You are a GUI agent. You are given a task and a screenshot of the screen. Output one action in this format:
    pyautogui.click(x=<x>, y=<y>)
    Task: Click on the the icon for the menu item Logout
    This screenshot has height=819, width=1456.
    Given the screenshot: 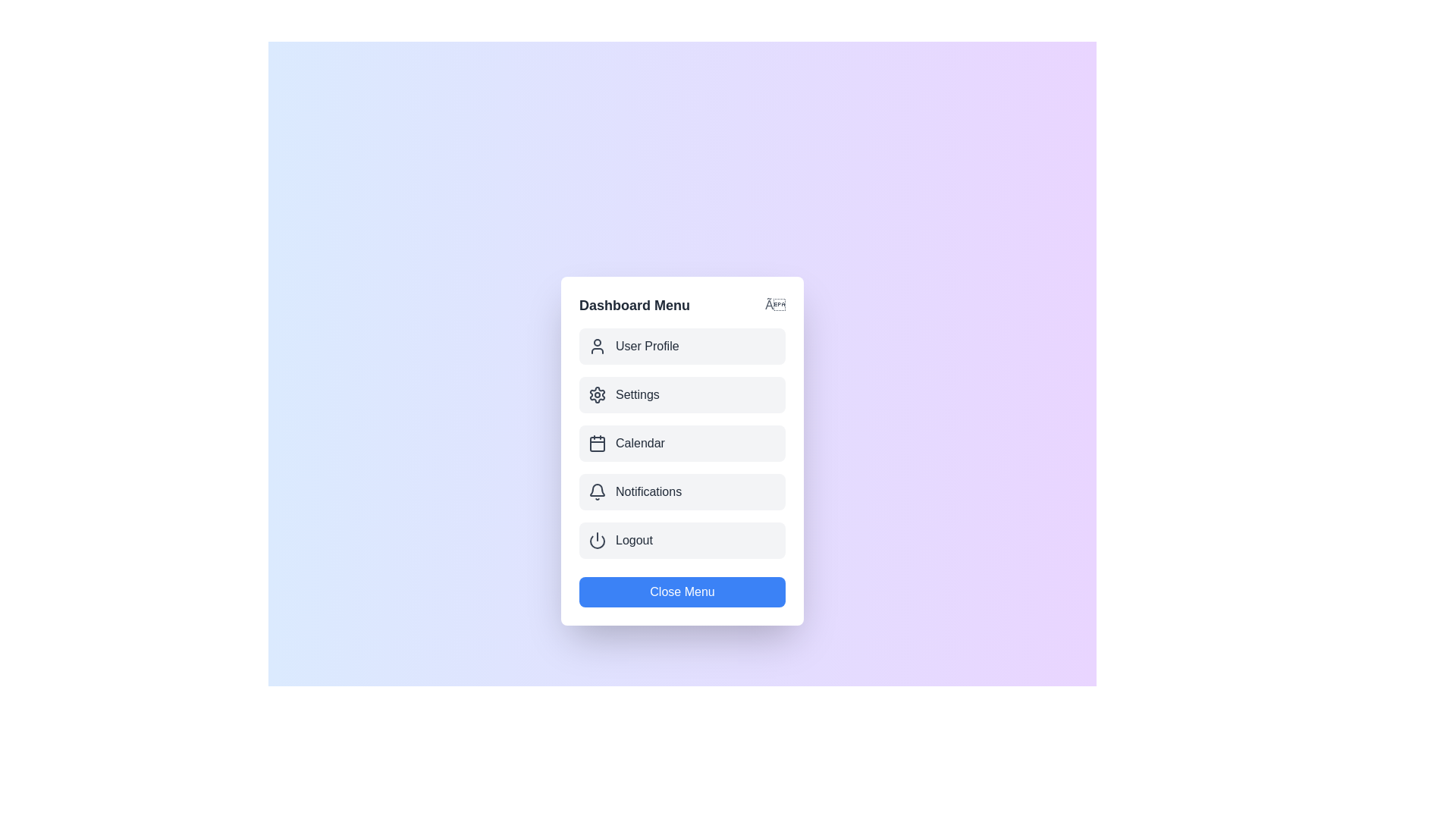 What is the action you would take?
    pyautogui.click(x=596, y=540)
    